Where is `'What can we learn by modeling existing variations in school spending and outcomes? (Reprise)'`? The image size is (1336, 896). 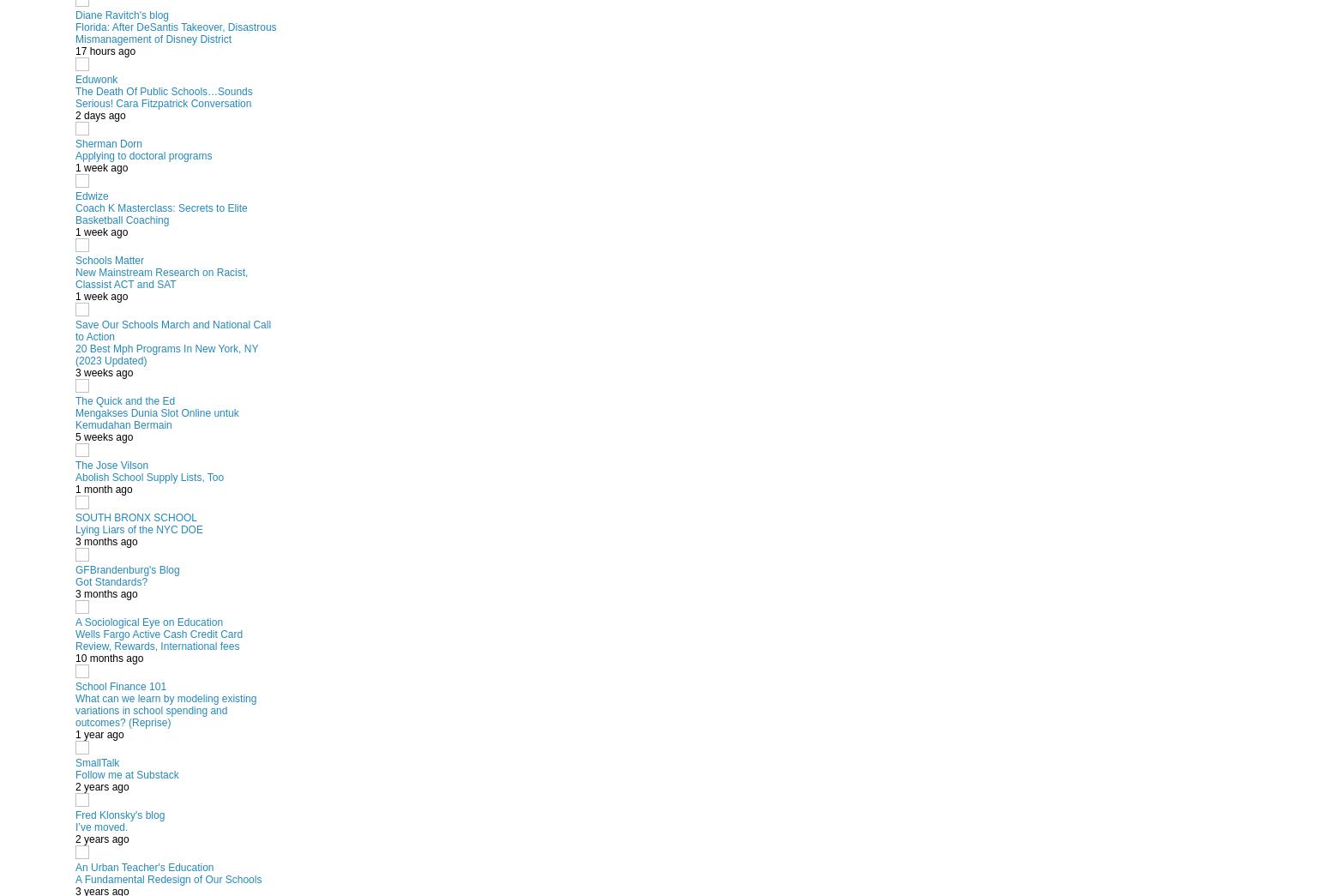 'What can we learn by modeling existing variations in school spending and outcomes? (Reprise)' is located at coordinates (165, 708).